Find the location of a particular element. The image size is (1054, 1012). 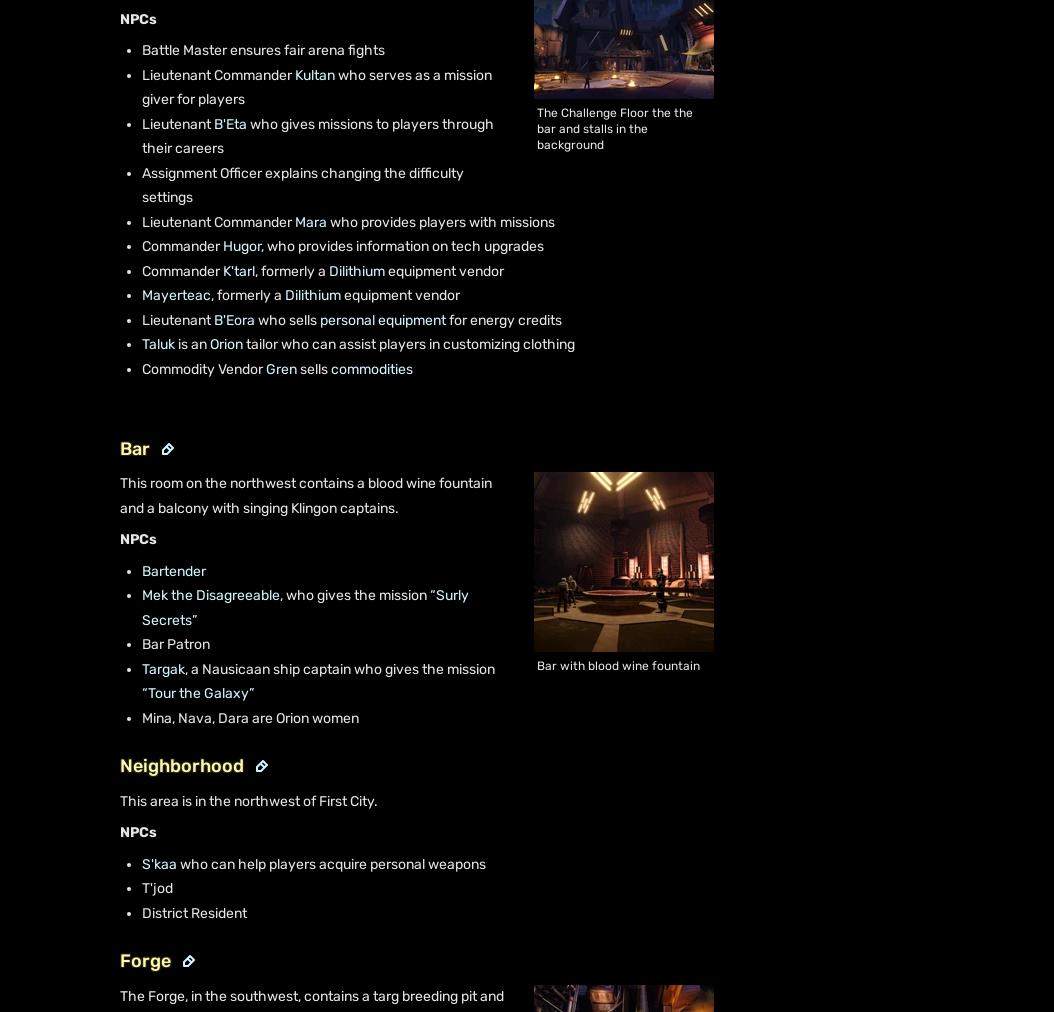

'Media Kit' is located at coordinates (112, 260).